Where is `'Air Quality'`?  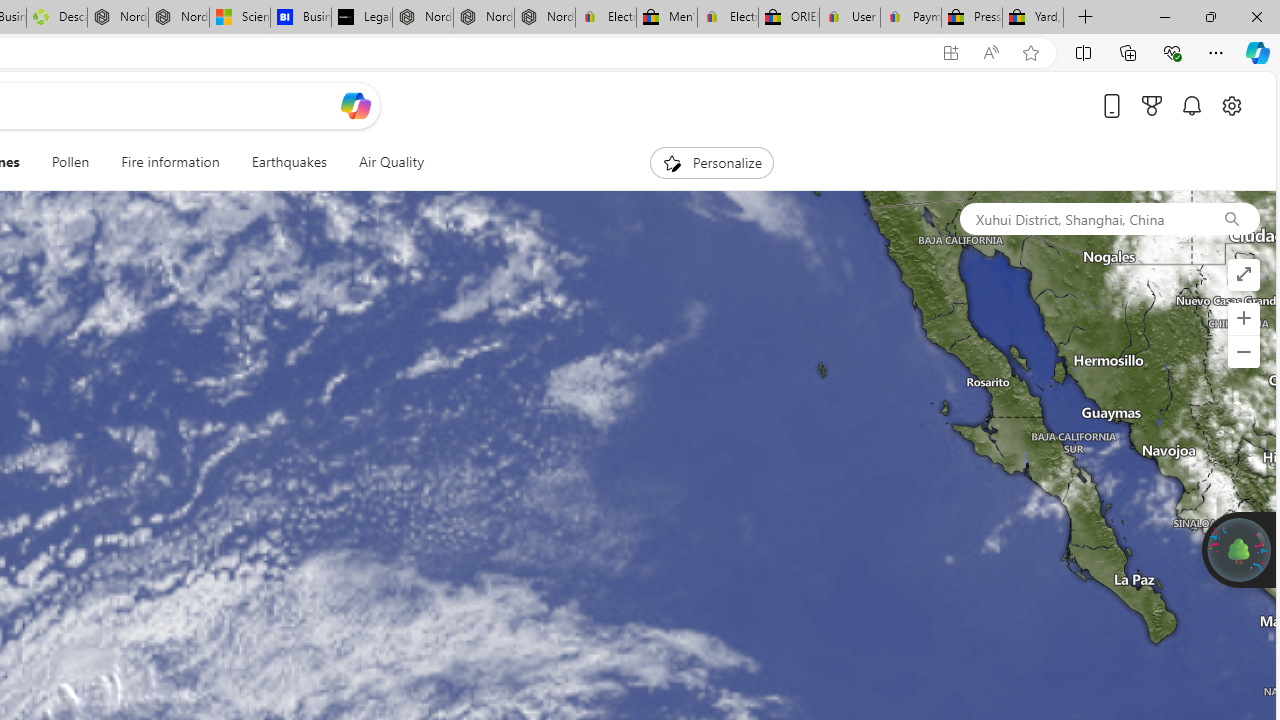
'Air Quality' is located at coordinates (382, 162).